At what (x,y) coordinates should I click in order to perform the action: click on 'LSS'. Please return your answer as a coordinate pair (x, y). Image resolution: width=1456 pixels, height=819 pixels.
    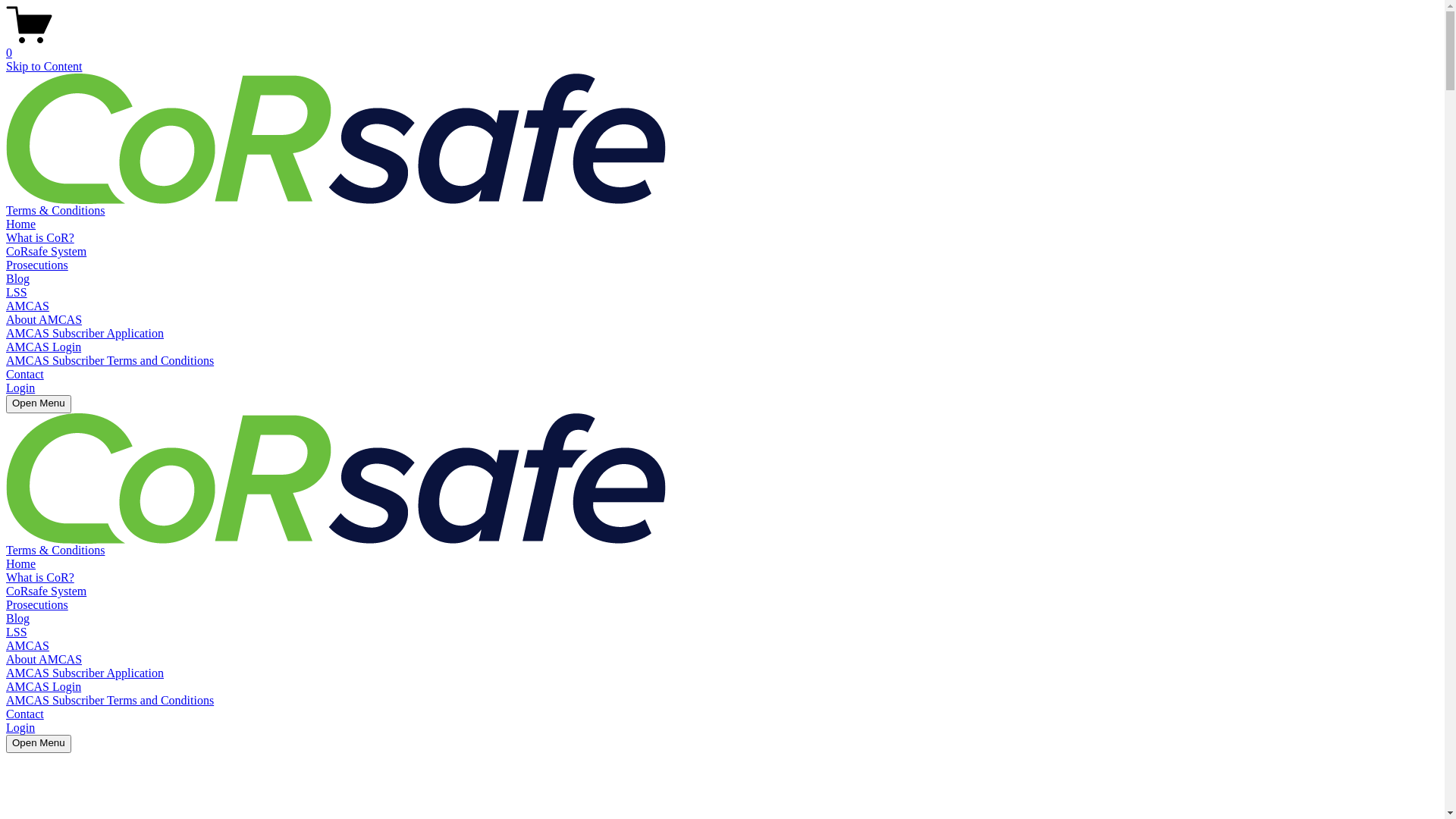
    Looking at the image, I should click on (17, 292).